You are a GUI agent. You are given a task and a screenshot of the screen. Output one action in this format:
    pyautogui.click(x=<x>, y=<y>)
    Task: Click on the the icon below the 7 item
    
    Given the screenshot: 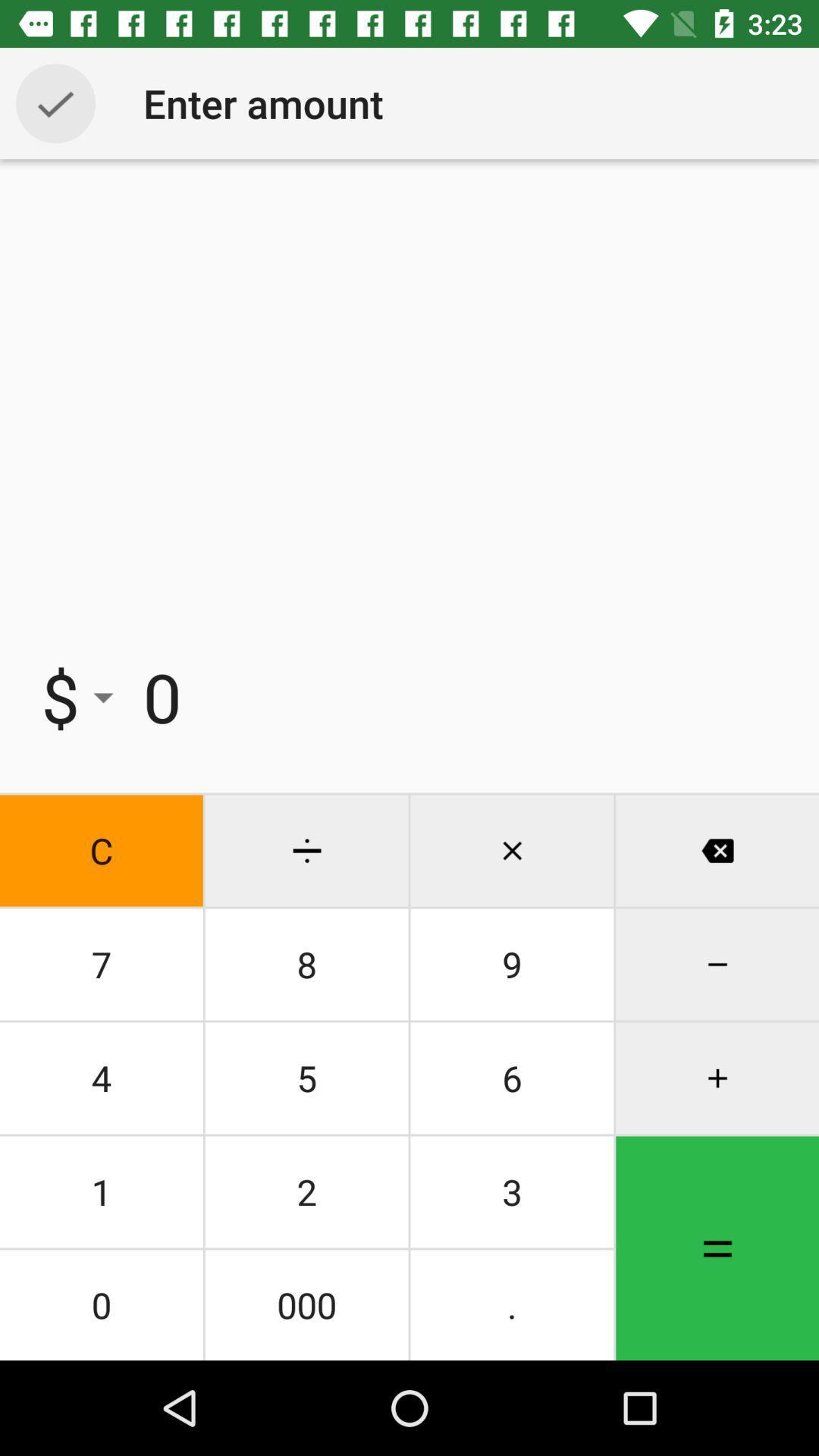 What is the action you would take?
    pyautogui.click(x=306, y=1077)
    